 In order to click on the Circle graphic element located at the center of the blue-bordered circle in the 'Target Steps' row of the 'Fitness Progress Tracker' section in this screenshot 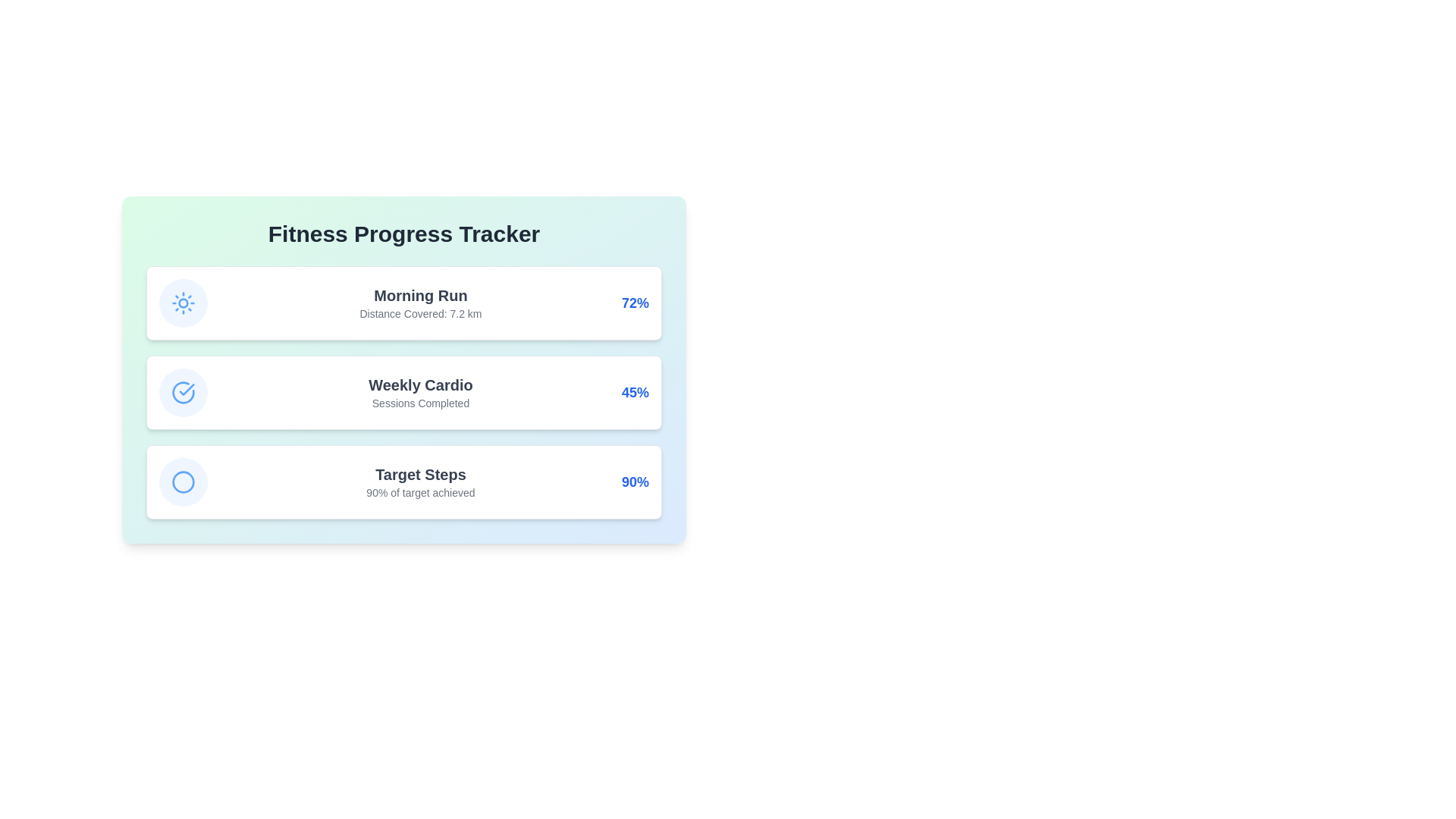, I will do `click(182, 482)`.